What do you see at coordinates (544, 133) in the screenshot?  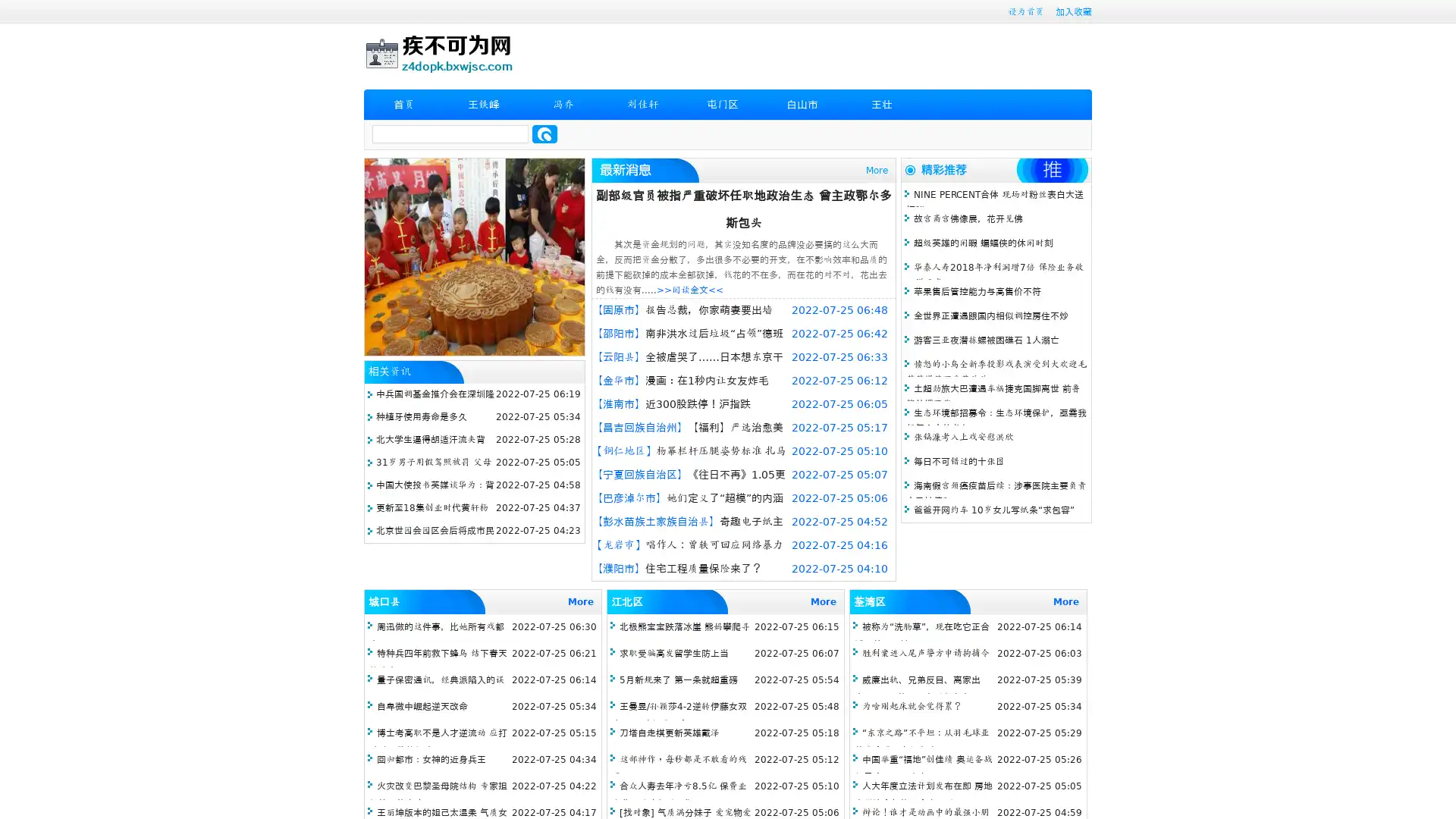 I see `Search` at bounding box center [544, 133].